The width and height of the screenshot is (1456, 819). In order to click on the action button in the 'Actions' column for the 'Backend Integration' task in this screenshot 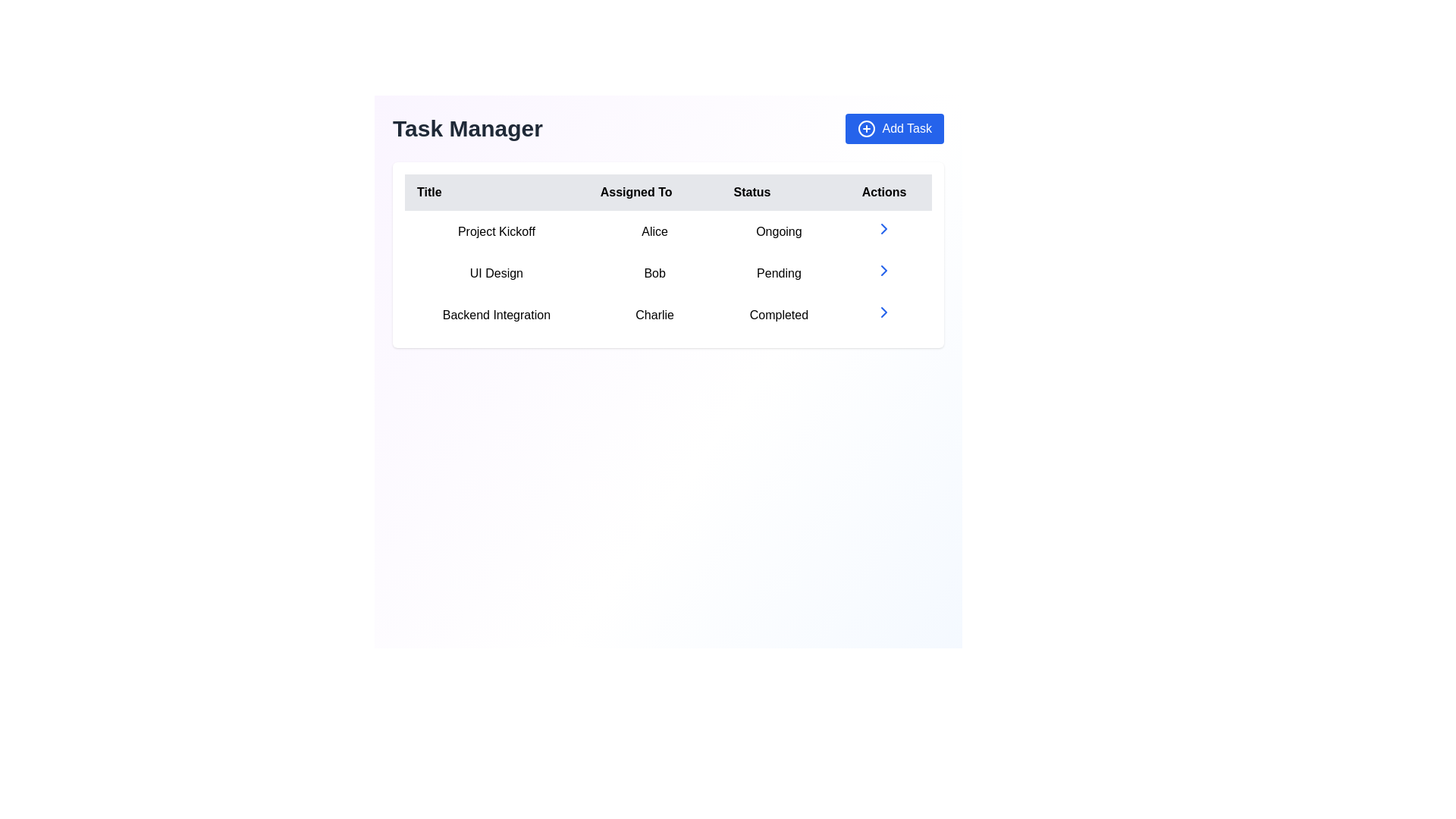, I will do `click(884, 312)`.